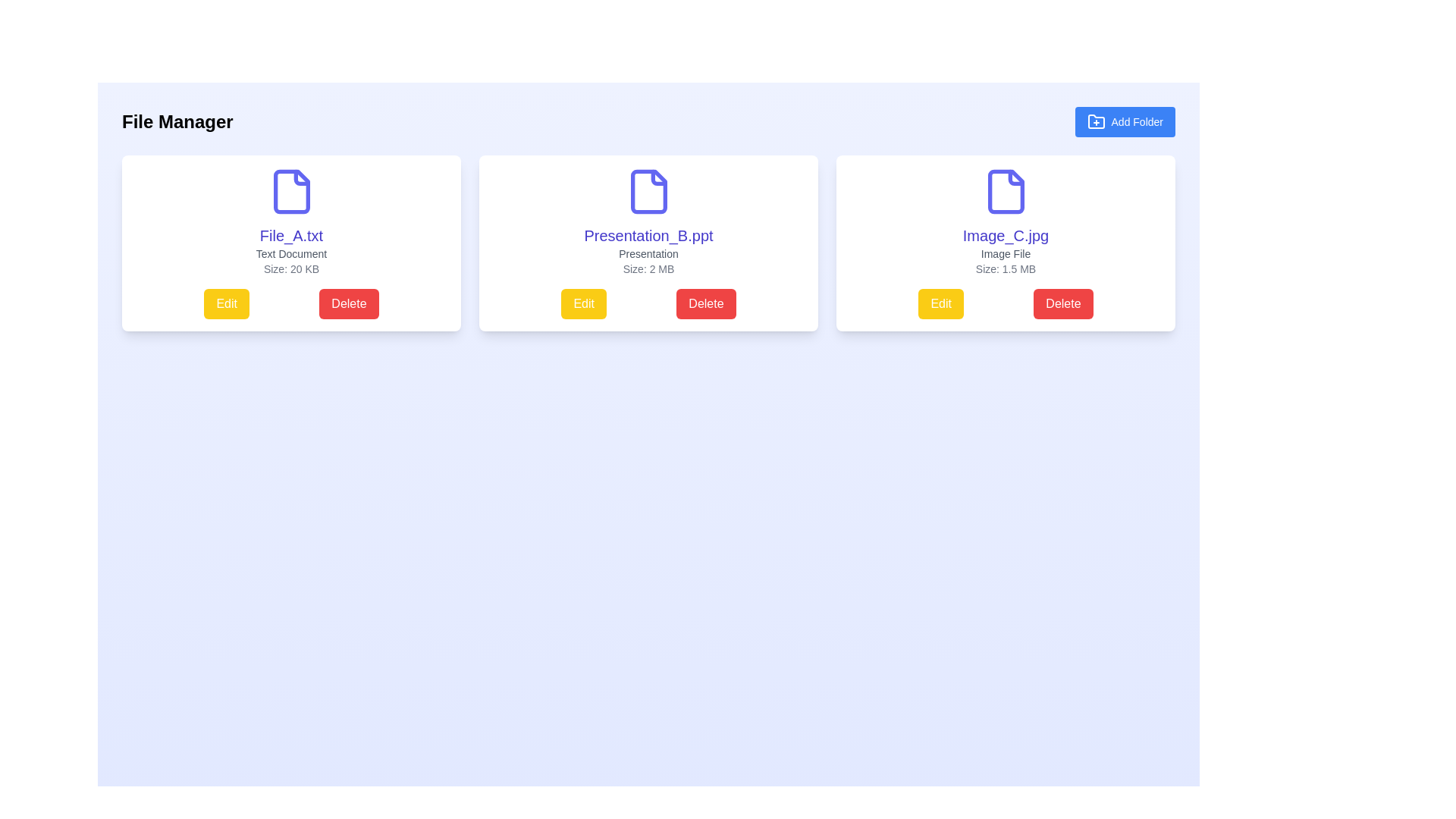  Describe the element at coordinates (648, 268) in the screenshot. I see `the Text label that displays the file size, located in the second file card, positioned between the 'Presentation' text above and the 'Edit' and 'Delete' buttons below` at that location.